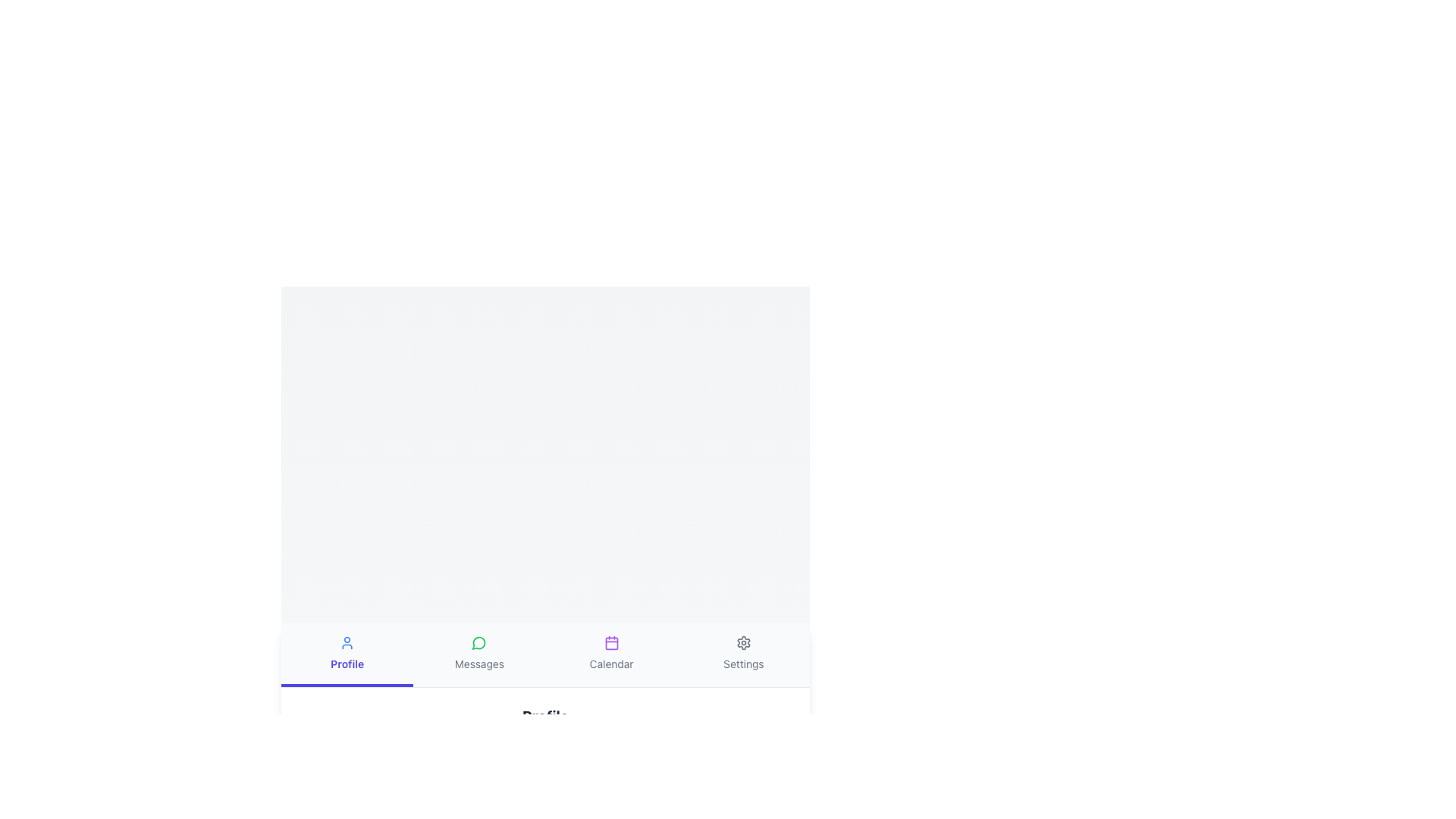 The image size is (1456, 819). Describe the element at coordinates (478, 642) in the screenshot. I see `the circular icon with a message bubble shape, presented in green color, located in the 'Messages' tab at the bottom navigation bar` at that location.